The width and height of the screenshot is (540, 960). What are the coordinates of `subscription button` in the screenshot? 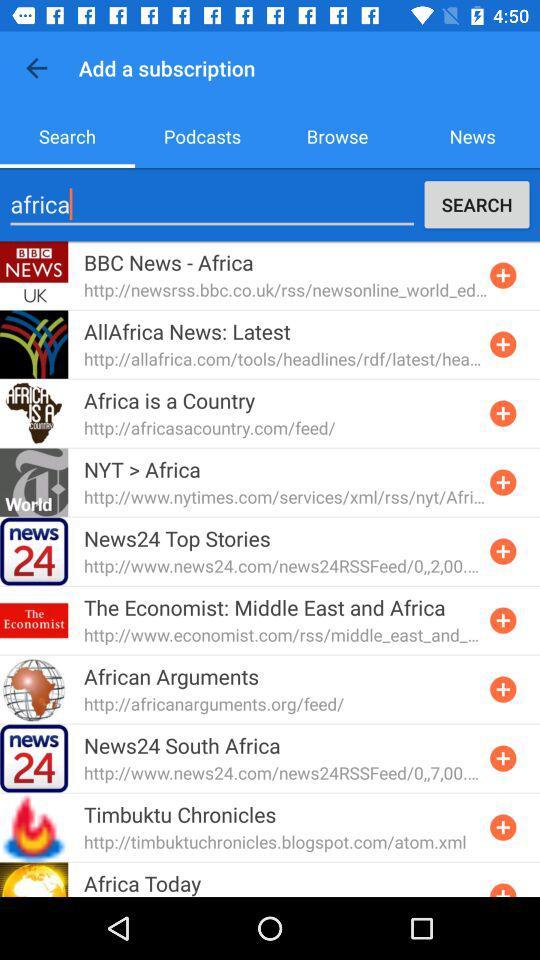 It's located at (502, 689).